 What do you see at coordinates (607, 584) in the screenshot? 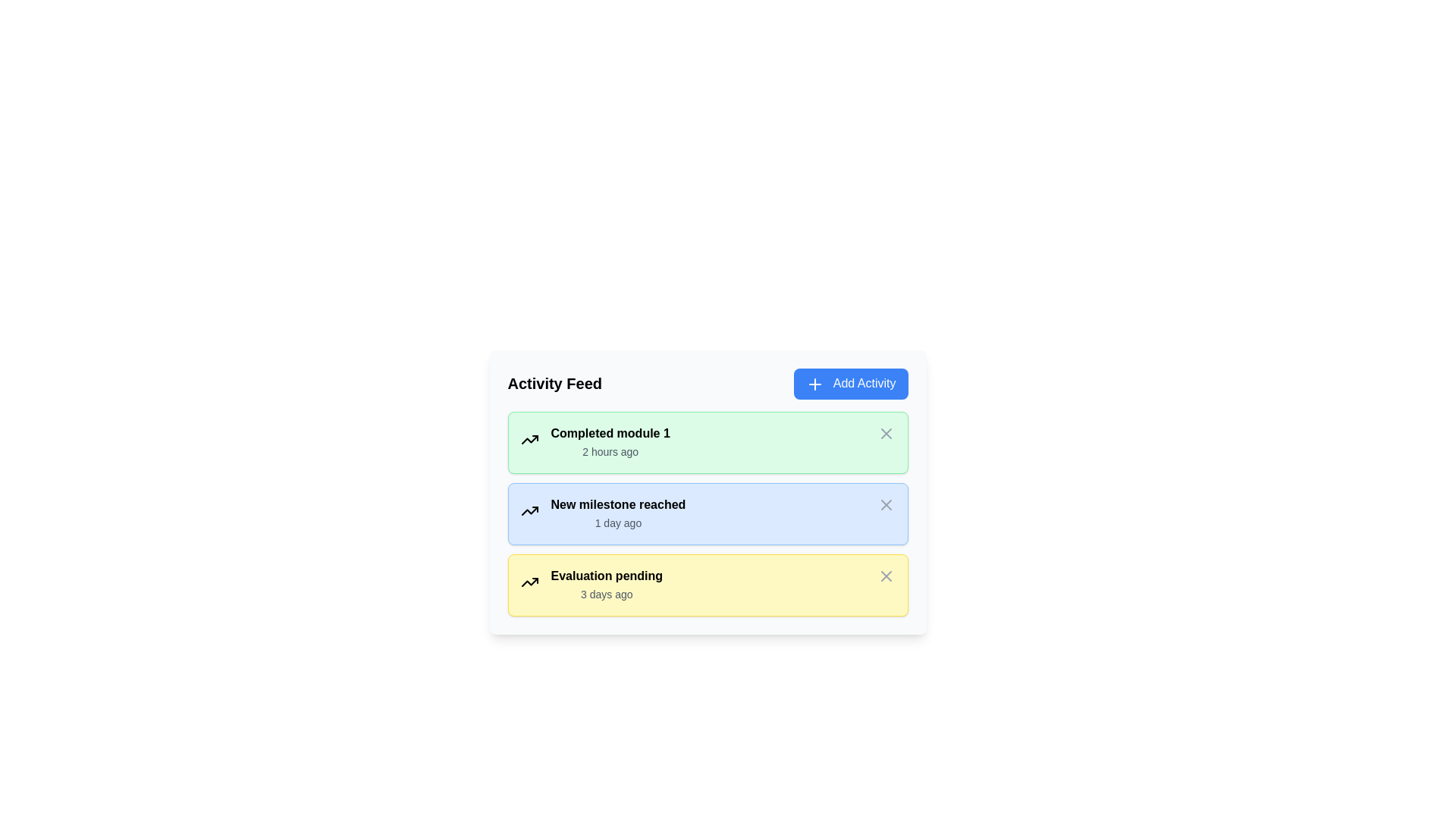
I see `the notification entry displaying 'Evaluation pending' with the timestamp '3 days ago' at the bottom of the 'Activity Feed' card` at bounding box center [607, 584].